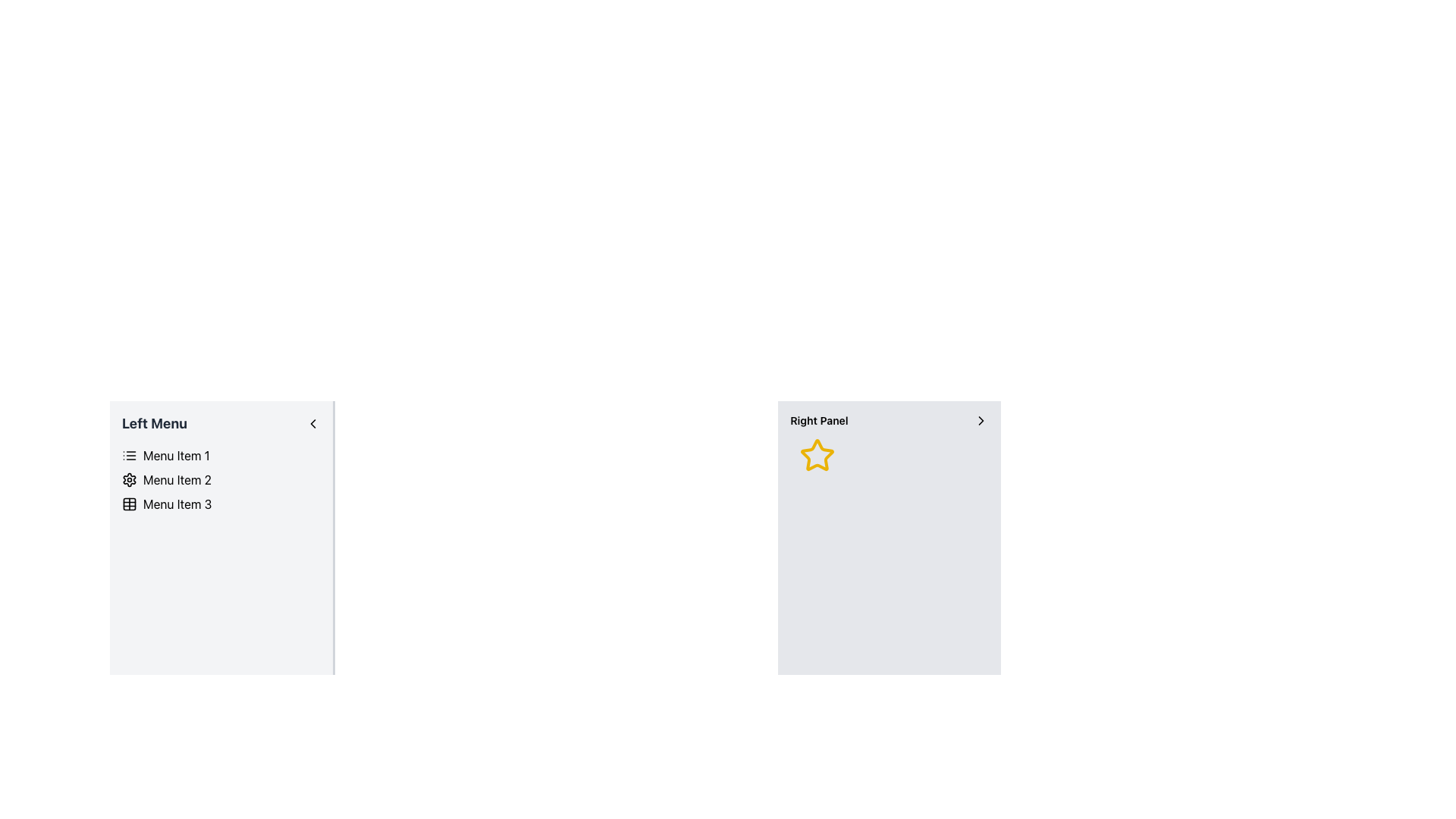 The height and width of the screenshot is (819, 1456). I want to click on the list icon located in the left sidebar menu, so click(130, 455).